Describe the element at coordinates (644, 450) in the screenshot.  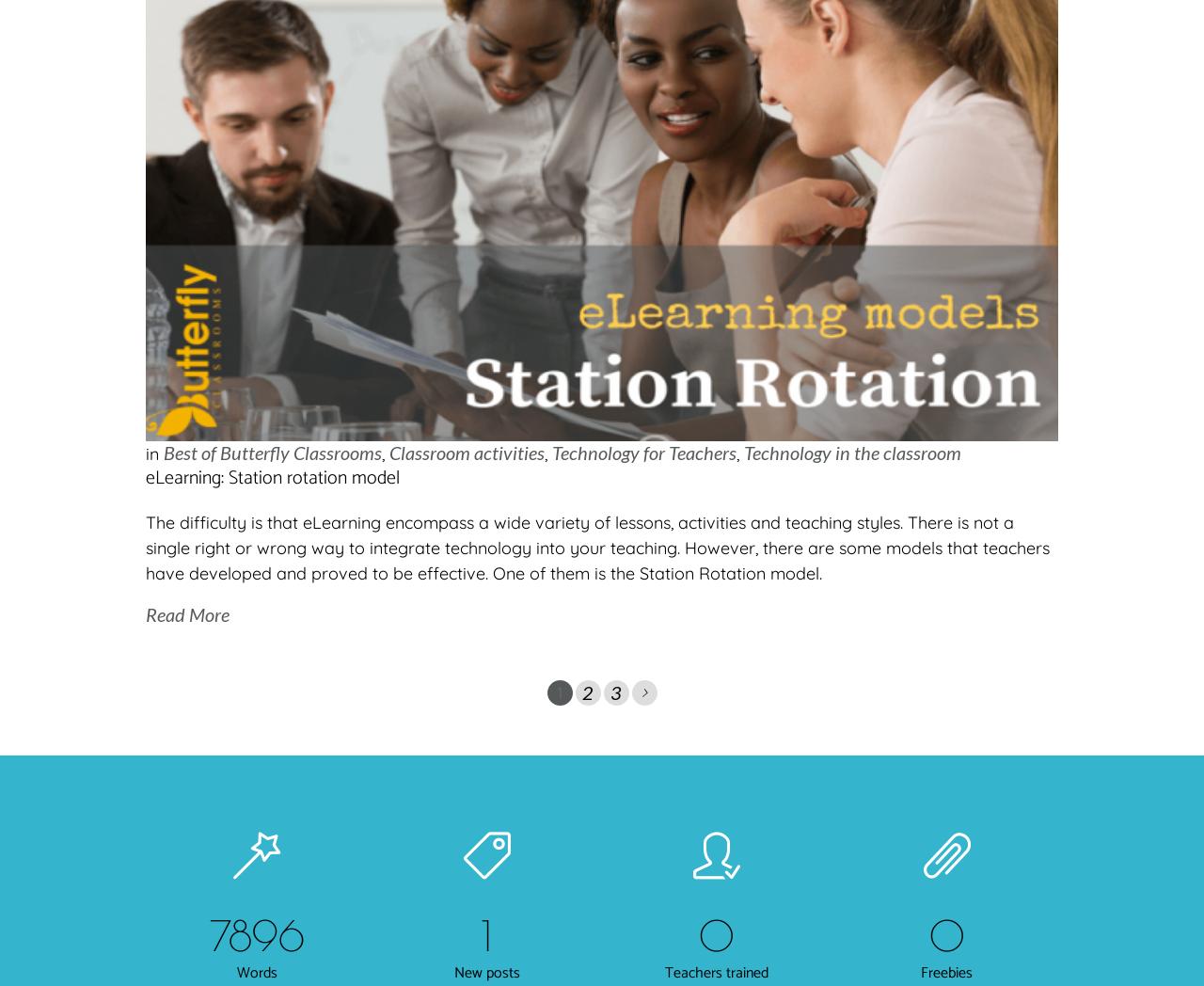
I see `'Technology for Teachers'` at that location.